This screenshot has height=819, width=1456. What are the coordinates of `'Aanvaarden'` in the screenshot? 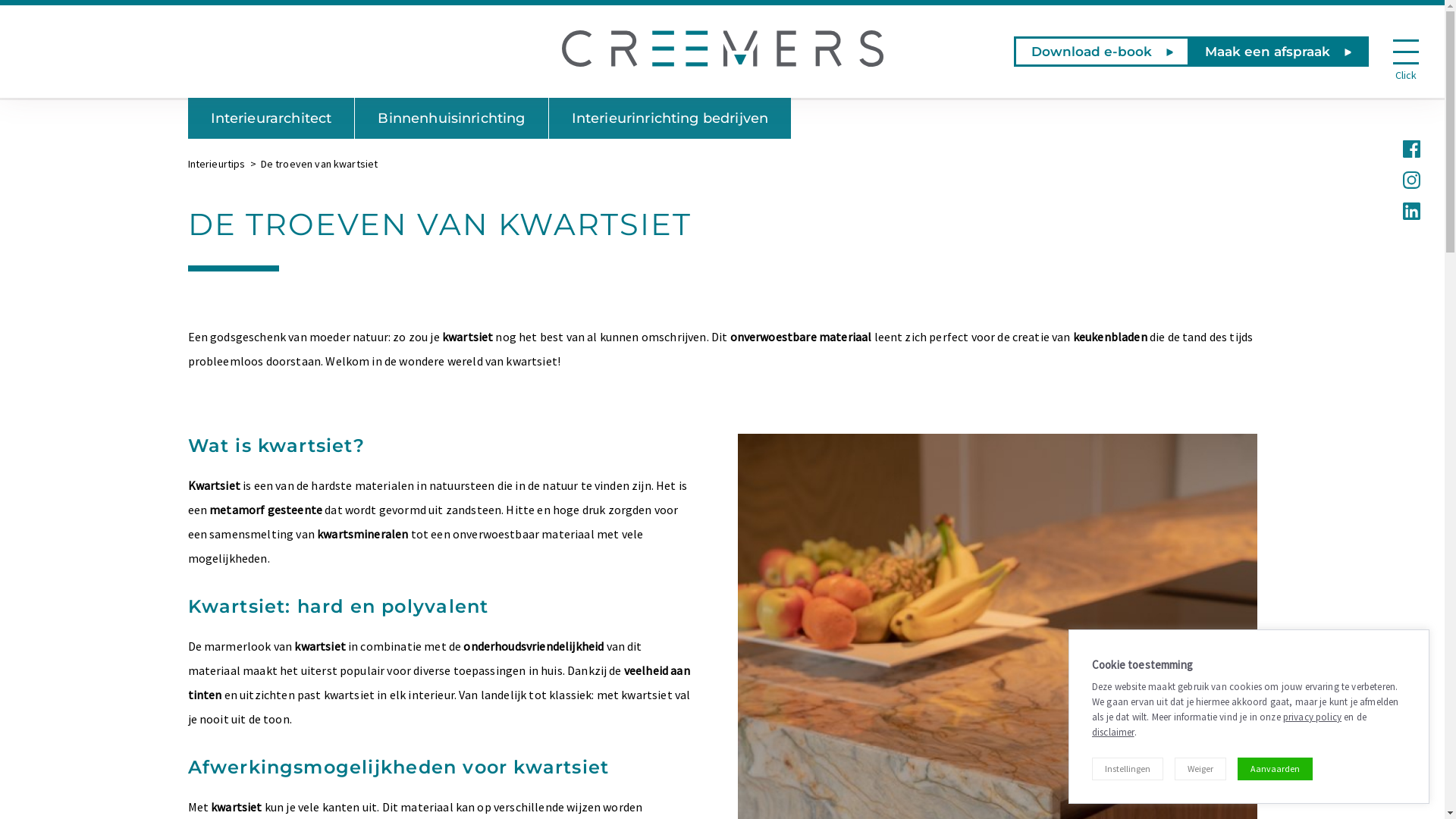 It's located at (1274, 769).